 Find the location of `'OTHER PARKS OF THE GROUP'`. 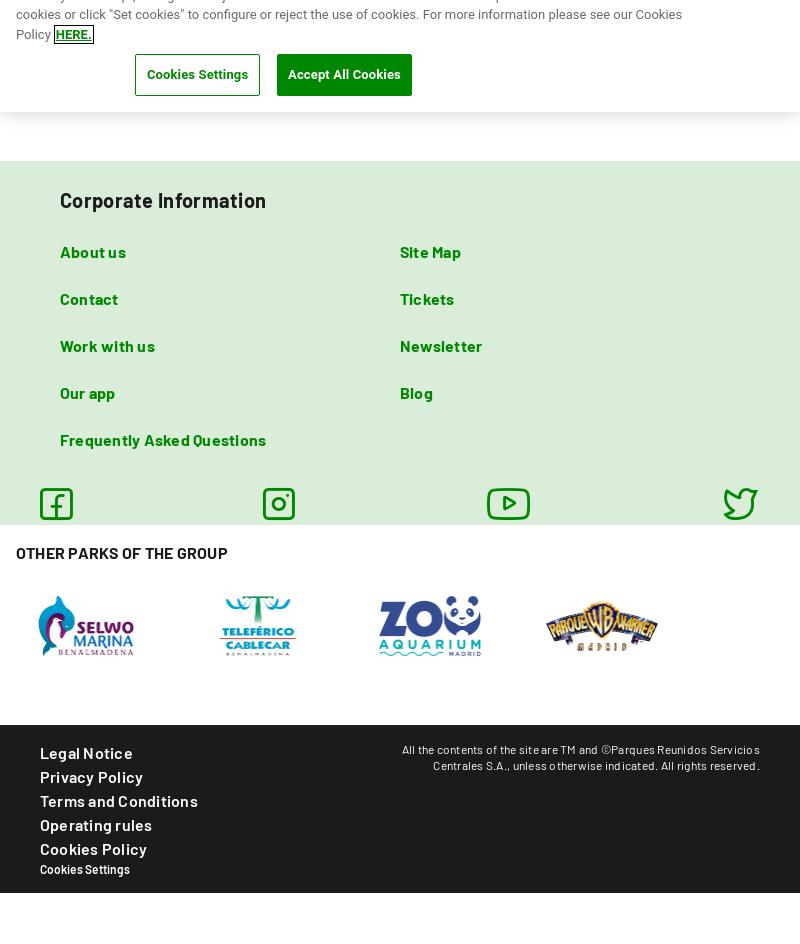

'OTHER PARKS OF THE GROUP' is located at coordinates (120, 550).